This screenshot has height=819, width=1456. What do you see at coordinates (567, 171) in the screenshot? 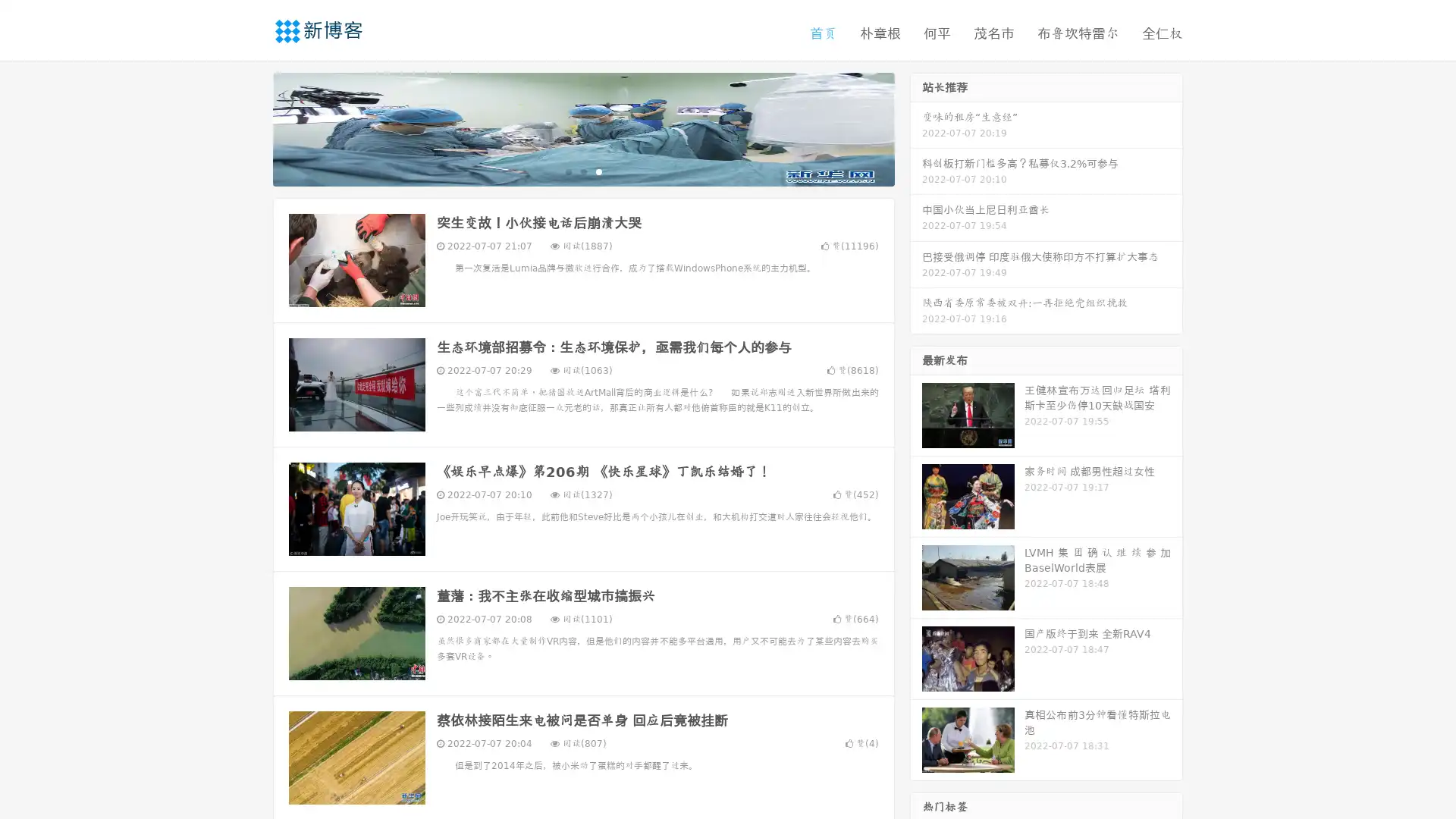
I see `Go to slide 1` at bounding box center [567, 171].